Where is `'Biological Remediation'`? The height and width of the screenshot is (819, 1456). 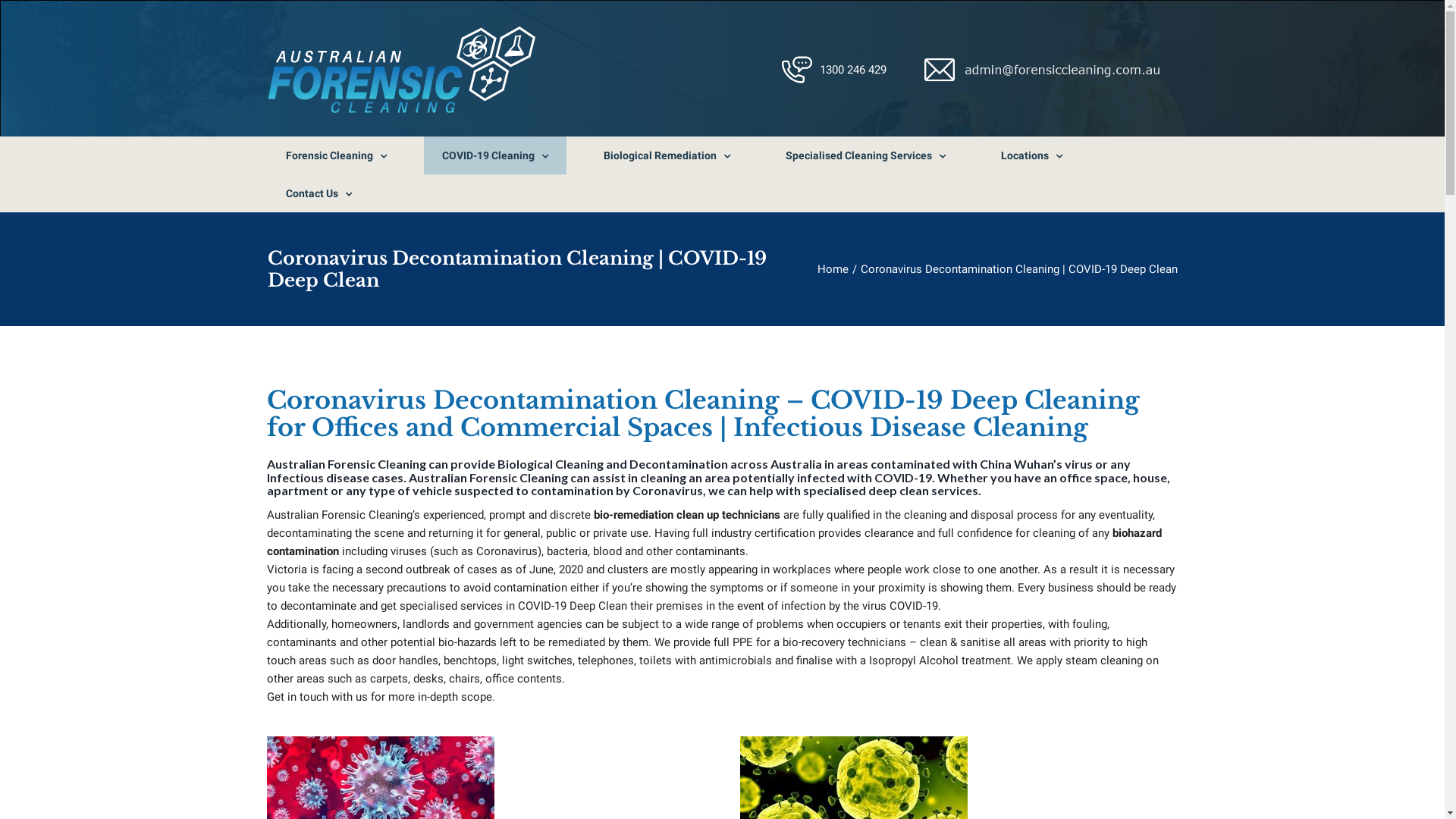 'Biological Remediation' is located at coordinates (667, 155).